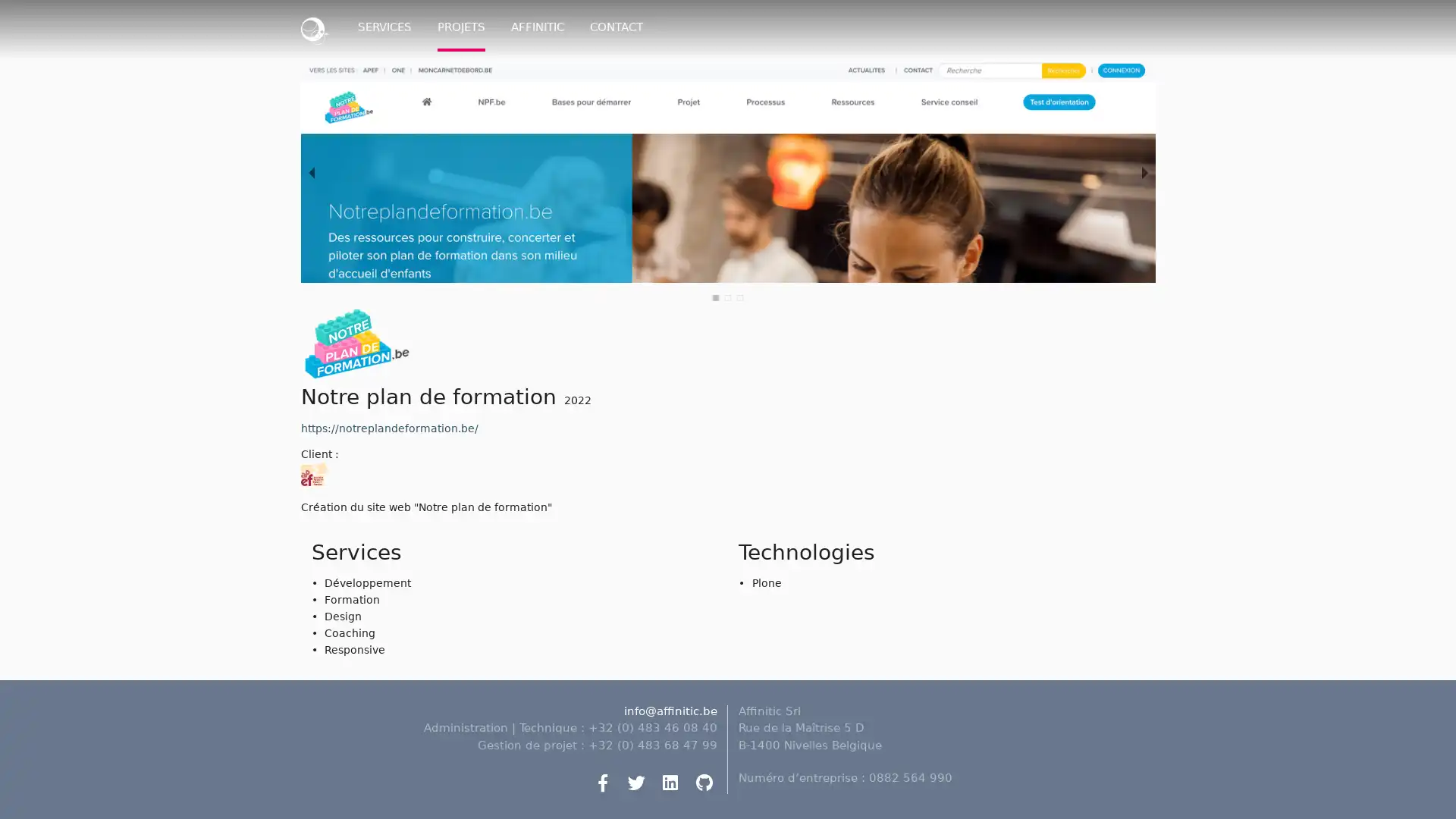  What do you see at coordinates (739, 391) in the screenshot?
I see `slide item 3` at bounding box center [739, 391].